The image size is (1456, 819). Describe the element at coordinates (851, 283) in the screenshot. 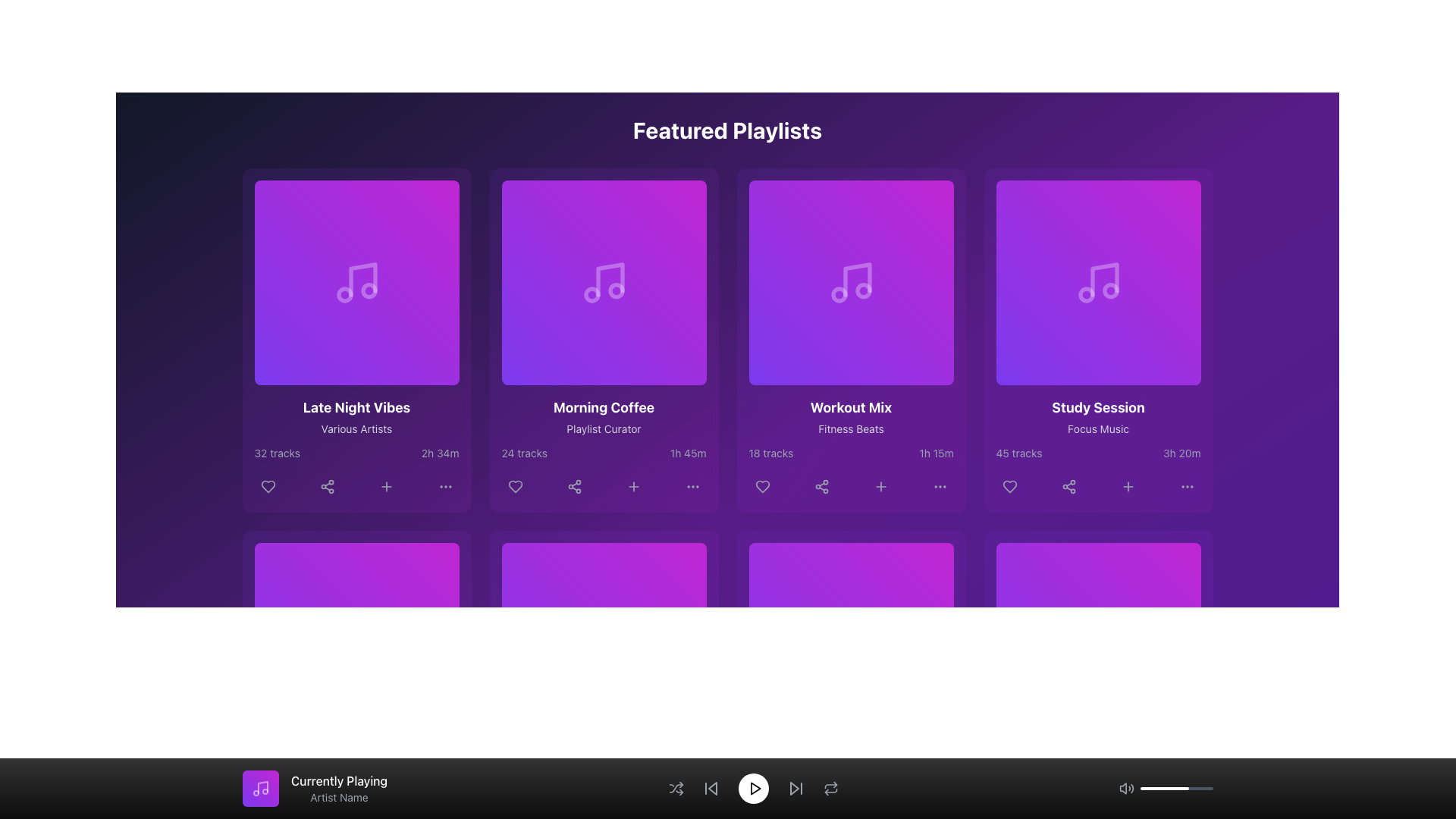

I see `the circular button with a play icon` at that location.